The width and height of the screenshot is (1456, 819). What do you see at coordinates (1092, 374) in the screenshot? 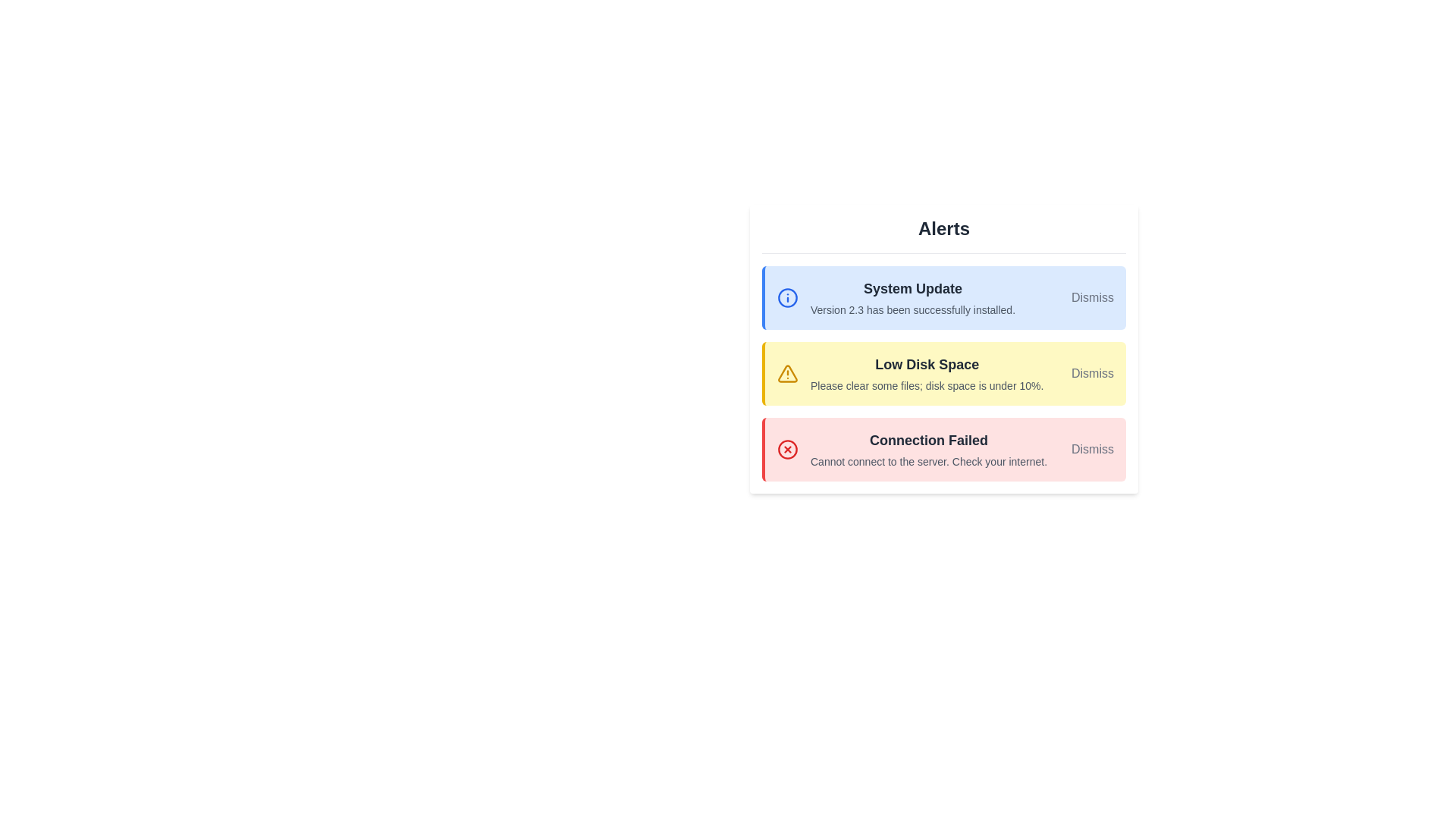
I see `the 'Dismiss' button, which is a light gray textual button located at the right end of the 'Low Disk Space' alert box` at bounding box center [1092, 374].